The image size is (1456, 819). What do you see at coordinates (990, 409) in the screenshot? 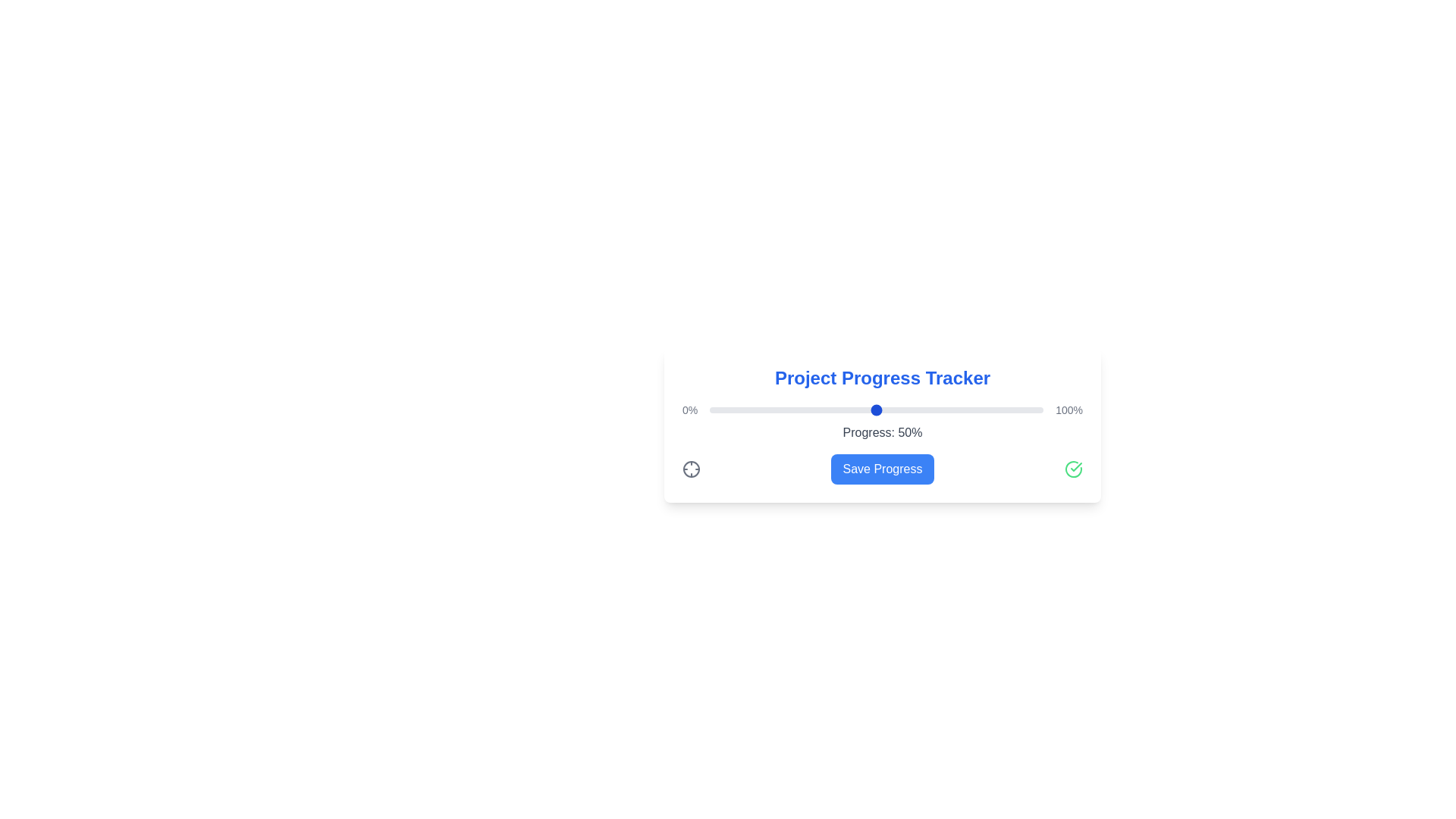
I see `the slider to set the progress value to 84` at bounding box center [990, 409].